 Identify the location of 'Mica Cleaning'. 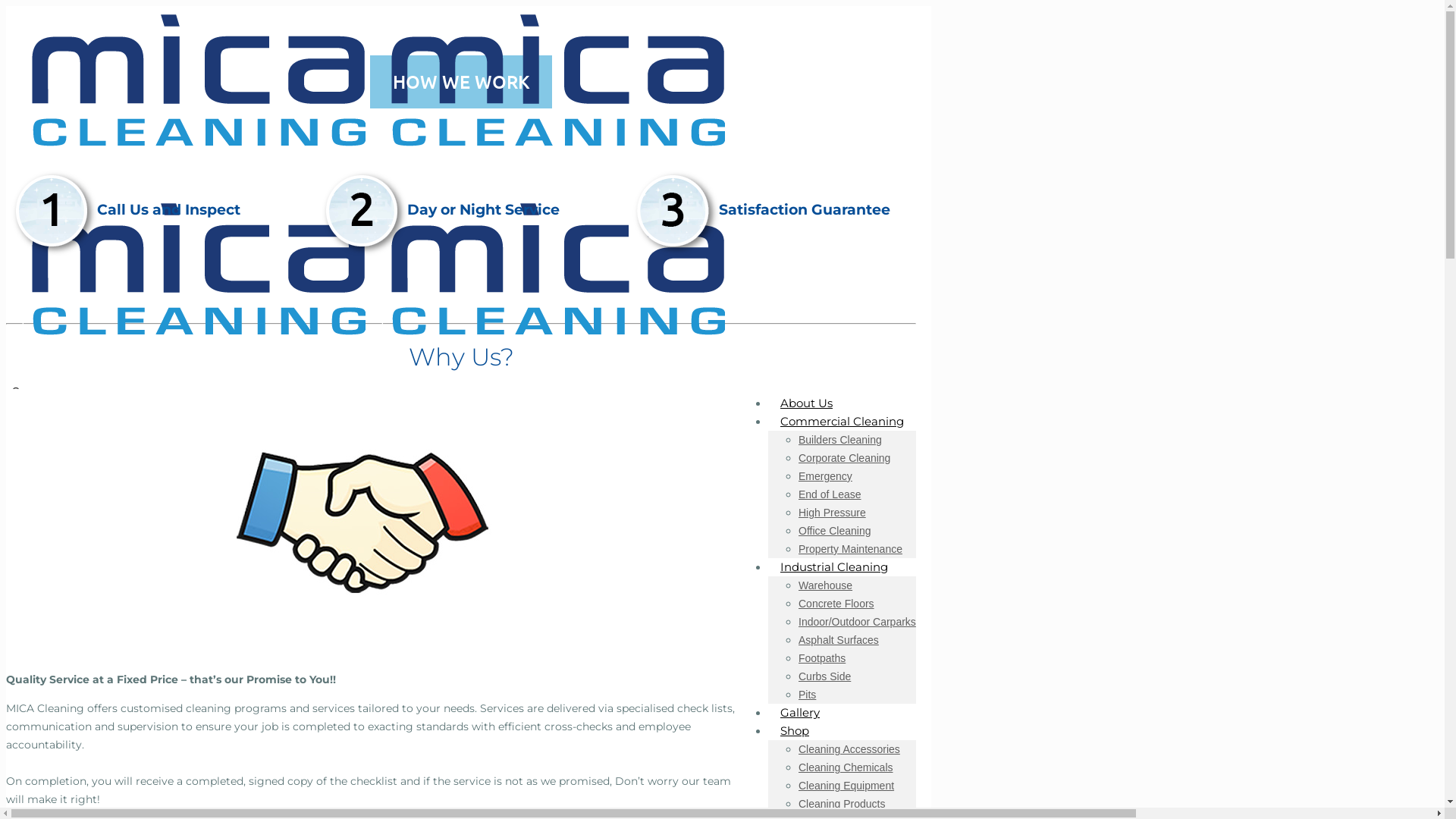
(365, 256).